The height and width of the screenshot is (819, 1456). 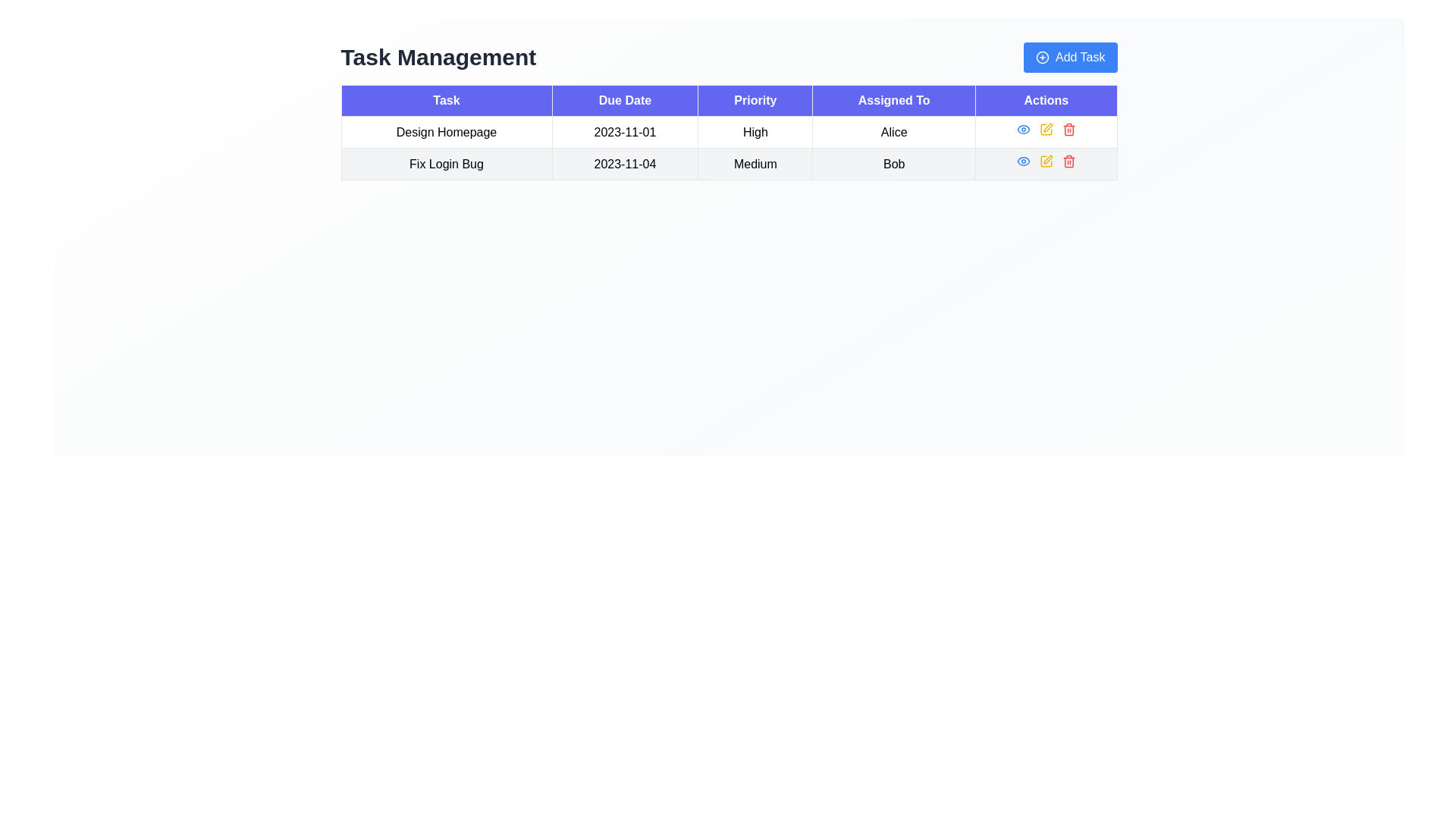 What do you see at coordinates (446, 131) in the screenshot?
I see `the text label displaying 'Design Homepage' located in the first cell of the first row under the 'Task' header in the table` at bounding box center [446, 131].